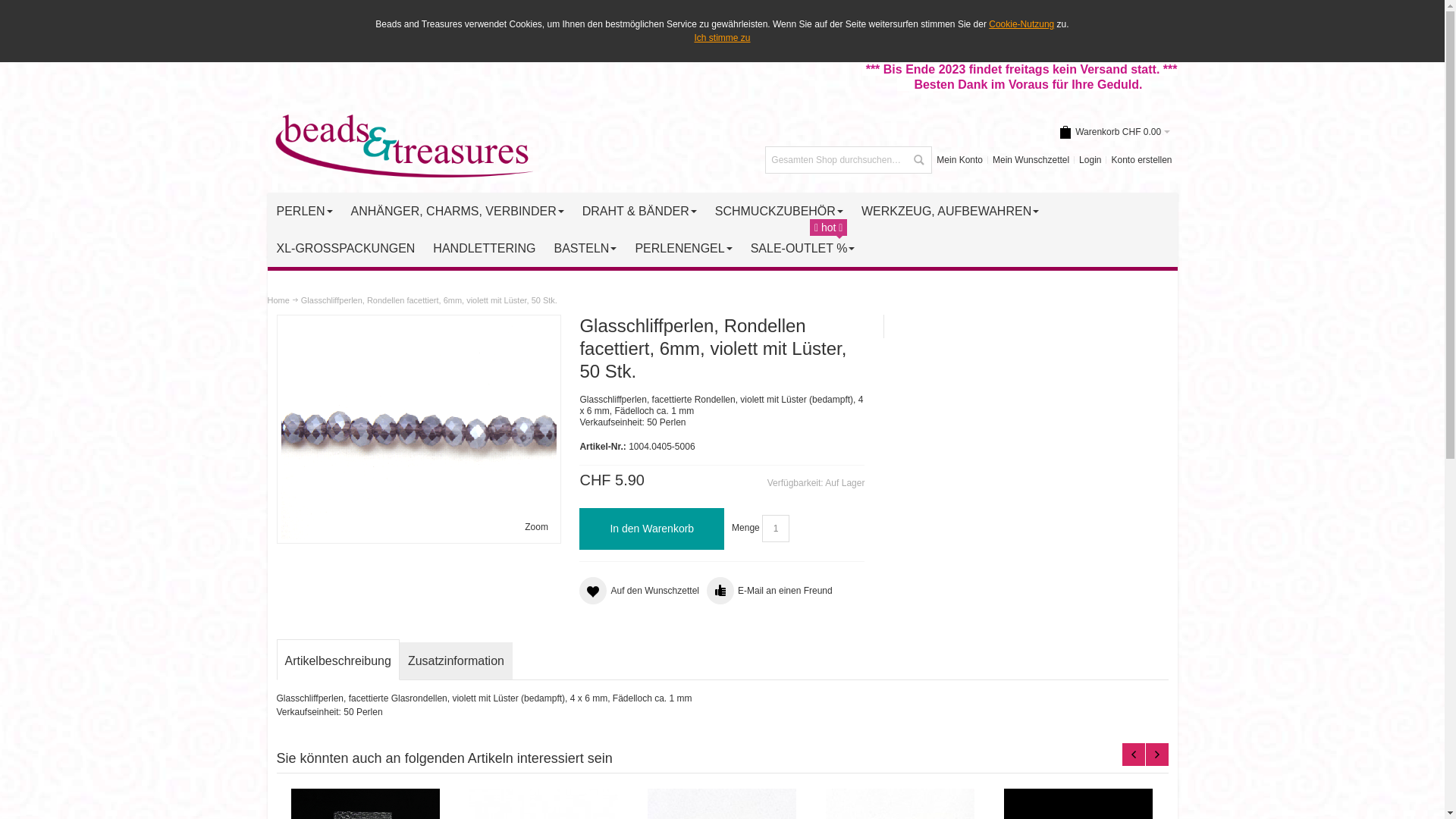 The width and height of the screenshot is (1456, 819). Describe the element at coordinates (303, 211) in the screenshot. I see `'PERLEN '` at that location.